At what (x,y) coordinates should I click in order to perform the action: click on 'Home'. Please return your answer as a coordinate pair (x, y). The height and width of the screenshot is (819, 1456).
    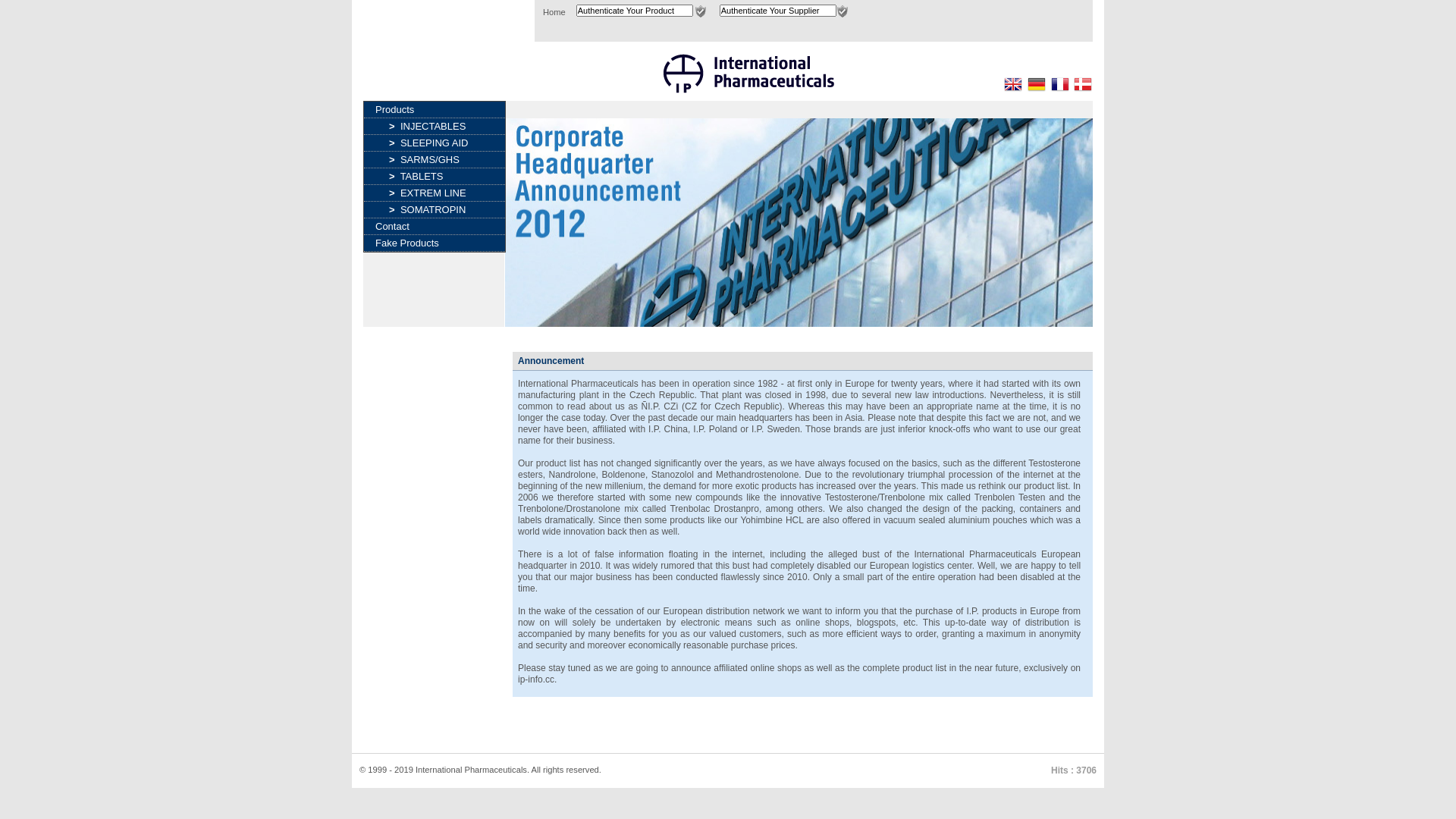
    Looking at the image, I should click on (542, 11).